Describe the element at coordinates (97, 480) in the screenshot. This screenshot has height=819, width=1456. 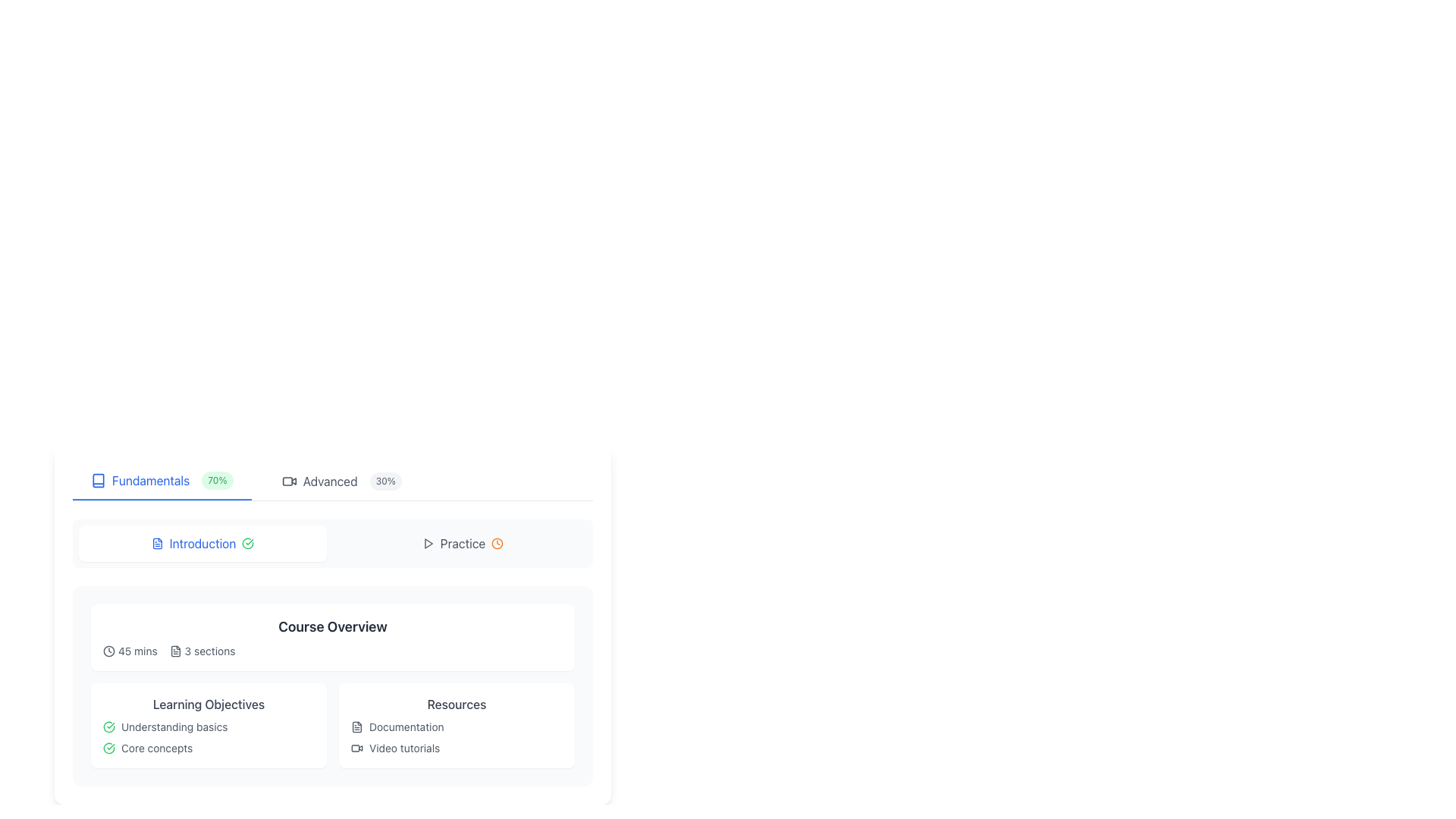
I see `the book icon representing the learning concept next to the text 'Fundamentals' in the section titled 'Fundamentals 70%'` at that location.